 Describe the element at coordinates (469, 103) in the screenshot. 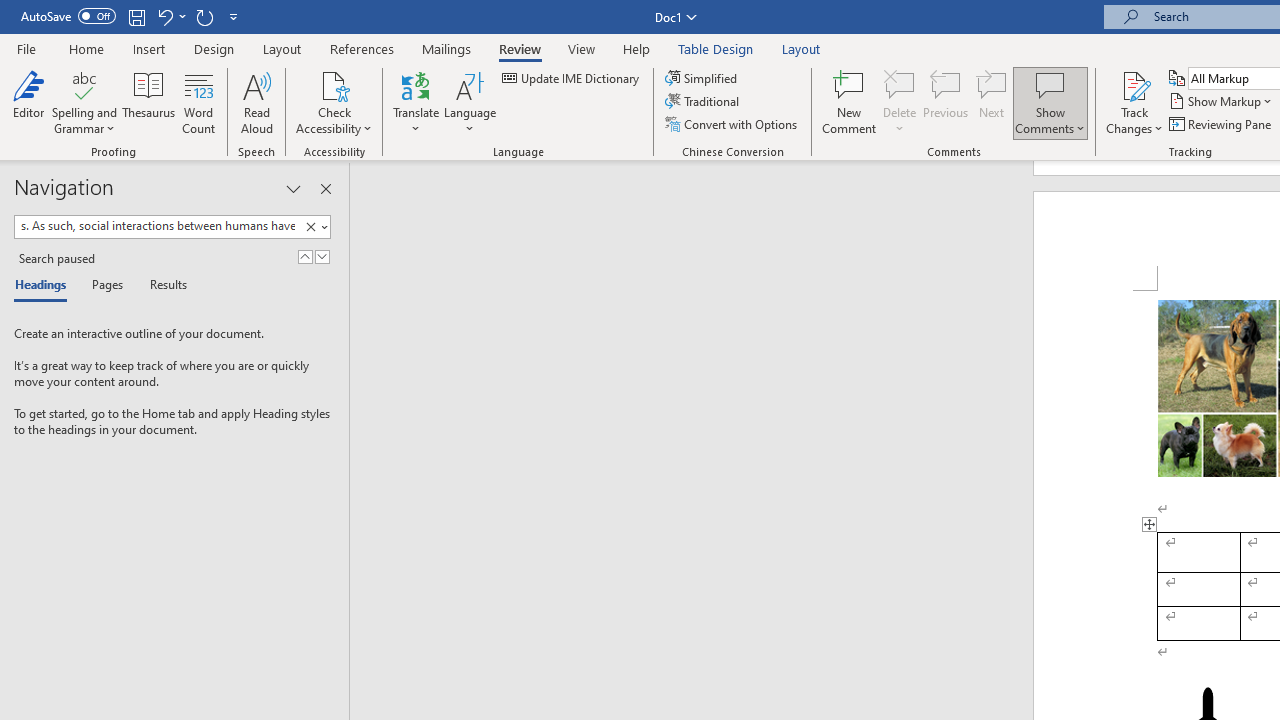

I see `'Language'` at that location.